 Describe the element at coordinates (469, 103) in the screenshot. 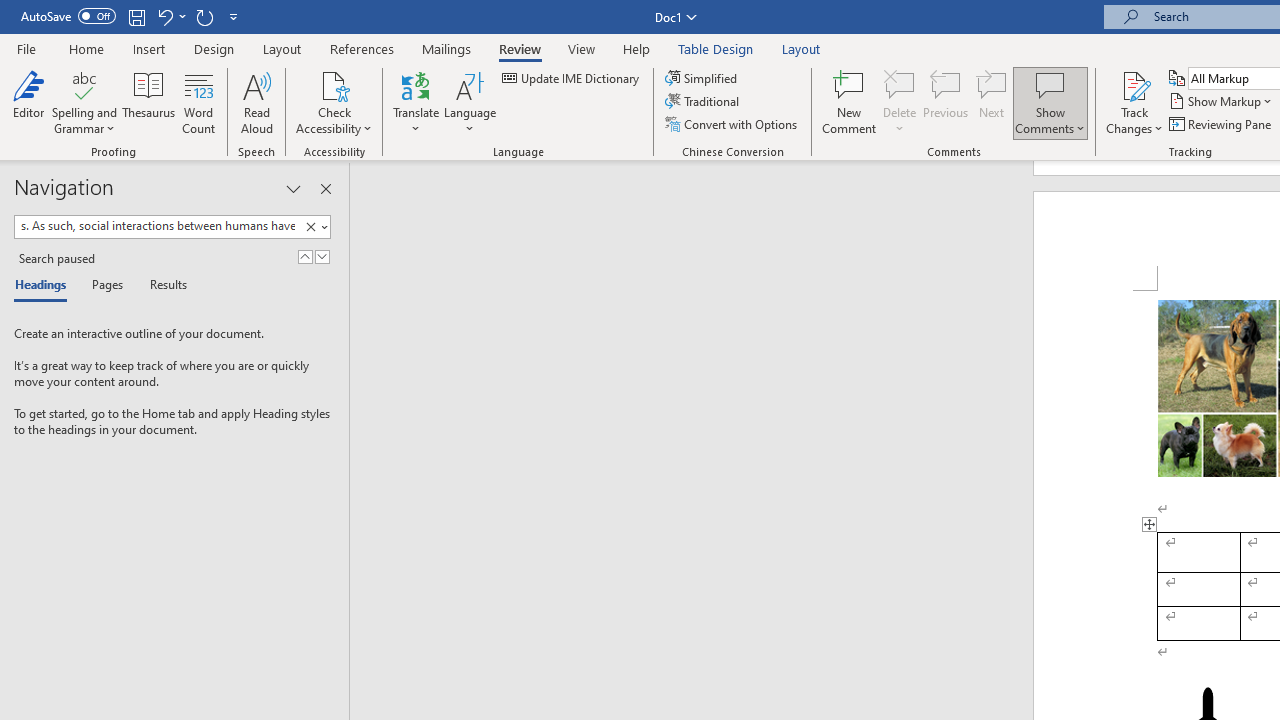

I see `'Language'` at that location.